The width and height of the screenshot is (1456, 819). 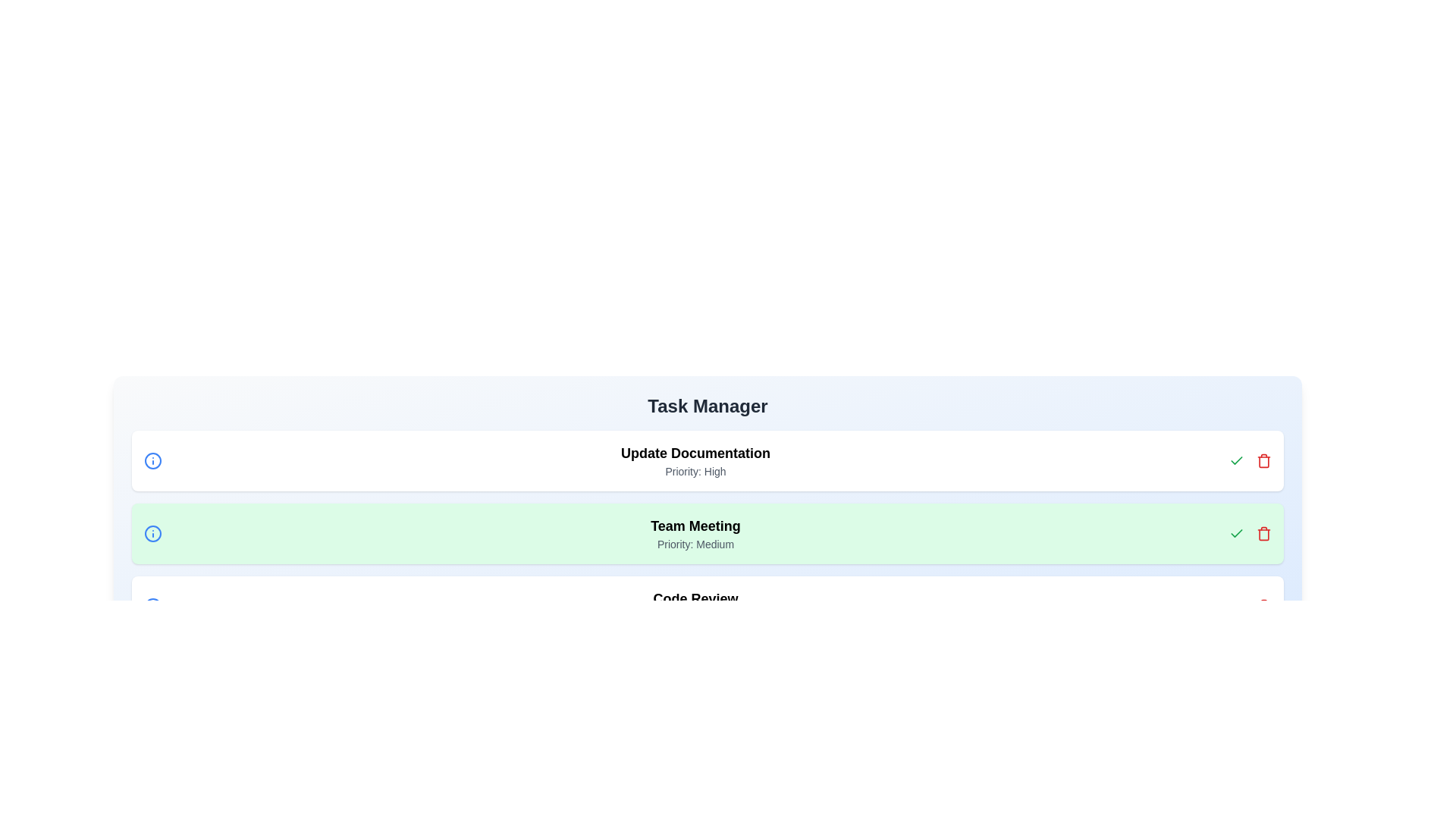 What do you see at coordinates (152, 460) in the screenshot?
I see `the information icon for the task 'Update Documentation'` at bounding box center [152, 460].